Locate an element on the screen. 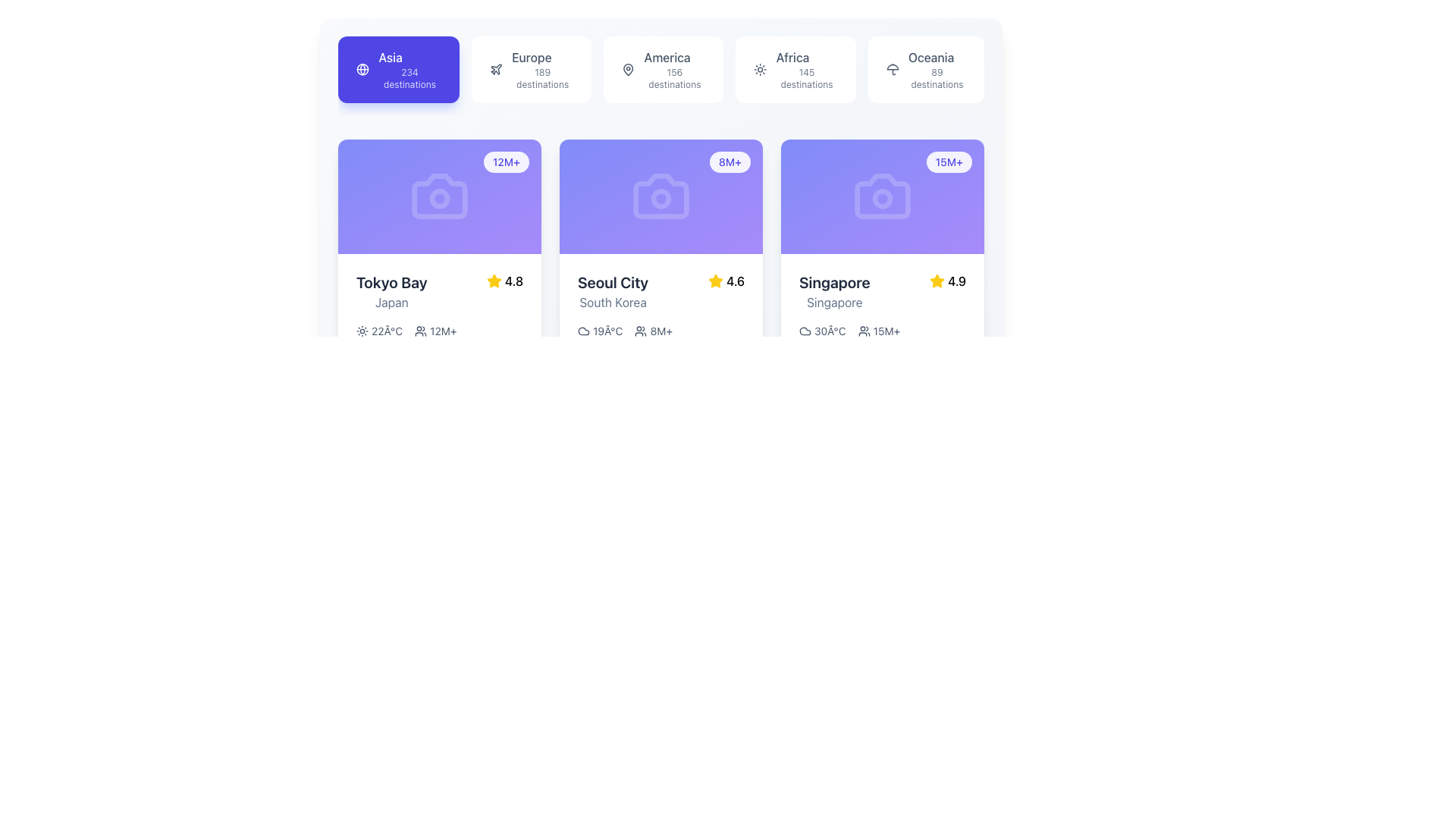 The image size is (1456, 819). the displayed information on the informational label with icons for the 'Tokyo Bay' location, which shows climate data and user count, positioned beneath the 'Tokyo Bay' title and aligned with the rating star element is located at coordinates (439, 329).